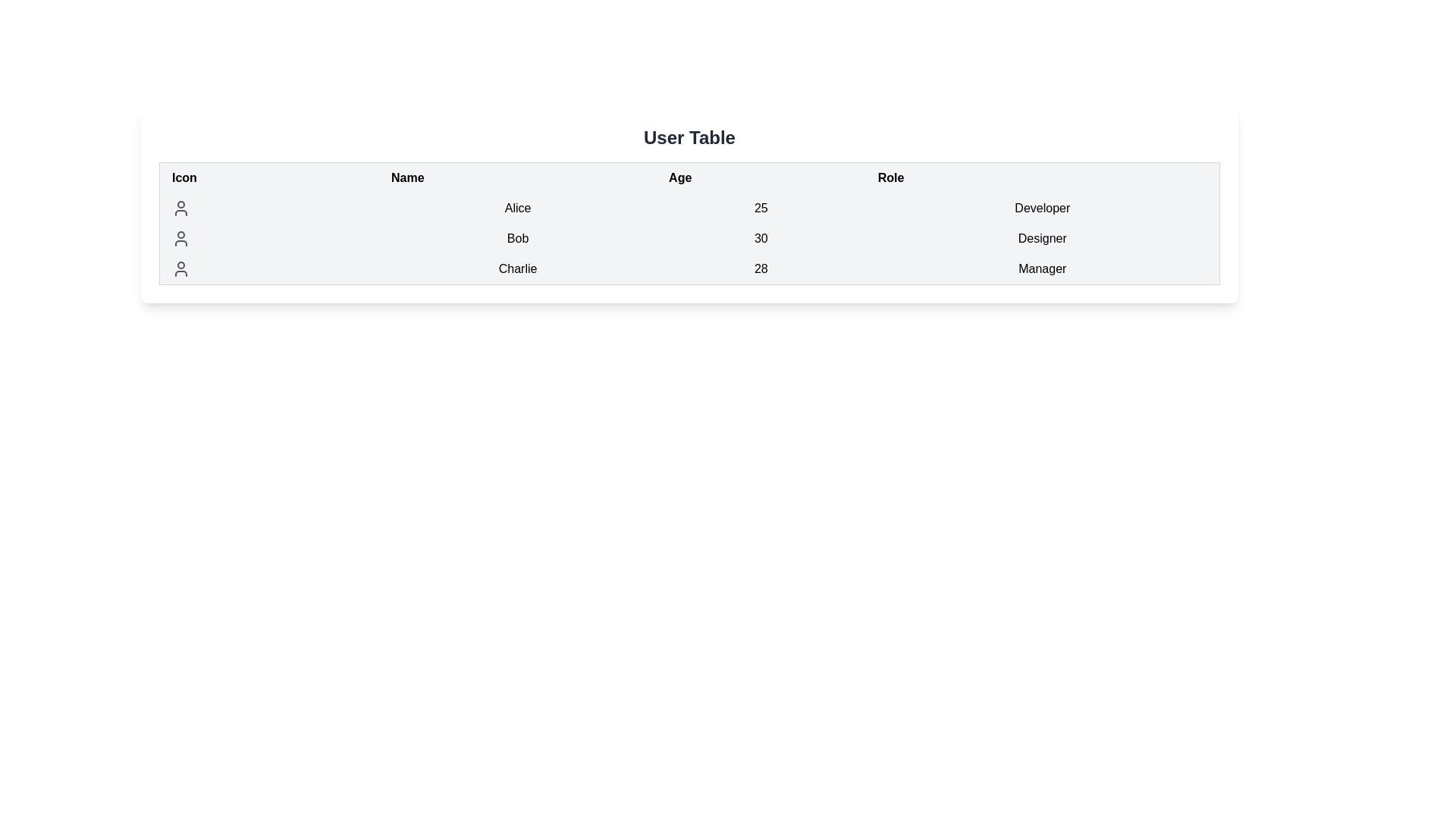 The width and height of the screenshot is (1456, 819). Describe the element at coordinates (761, 268) in the screenshot. I see `the static text element displaying the number '28' in the third column of the third row, corresponding to the 'Age' field for 'Charlie'` at that location.